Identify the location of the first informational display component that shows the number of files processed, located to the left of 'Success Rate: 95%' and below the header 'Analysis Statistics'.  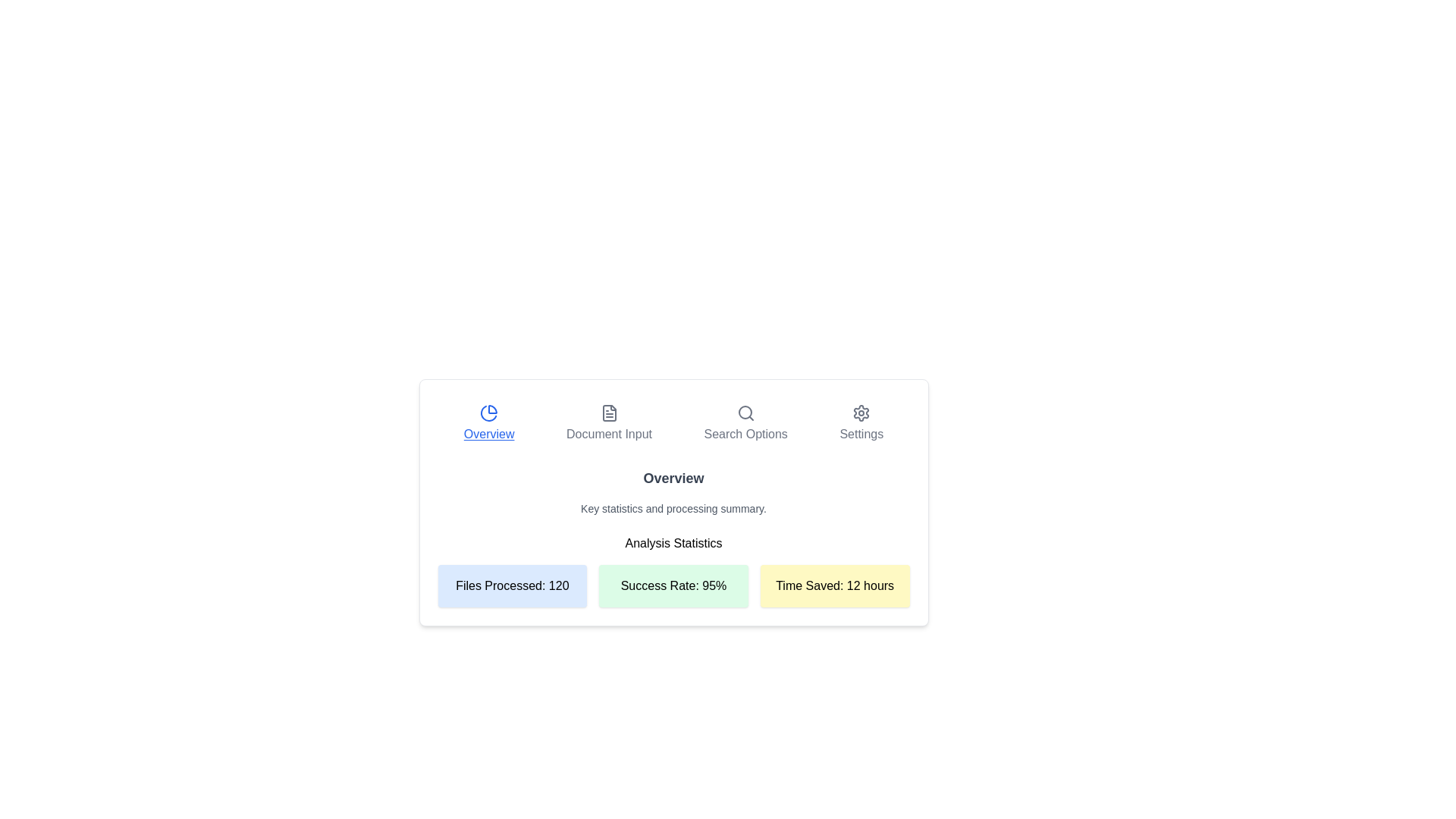
(512, 585).